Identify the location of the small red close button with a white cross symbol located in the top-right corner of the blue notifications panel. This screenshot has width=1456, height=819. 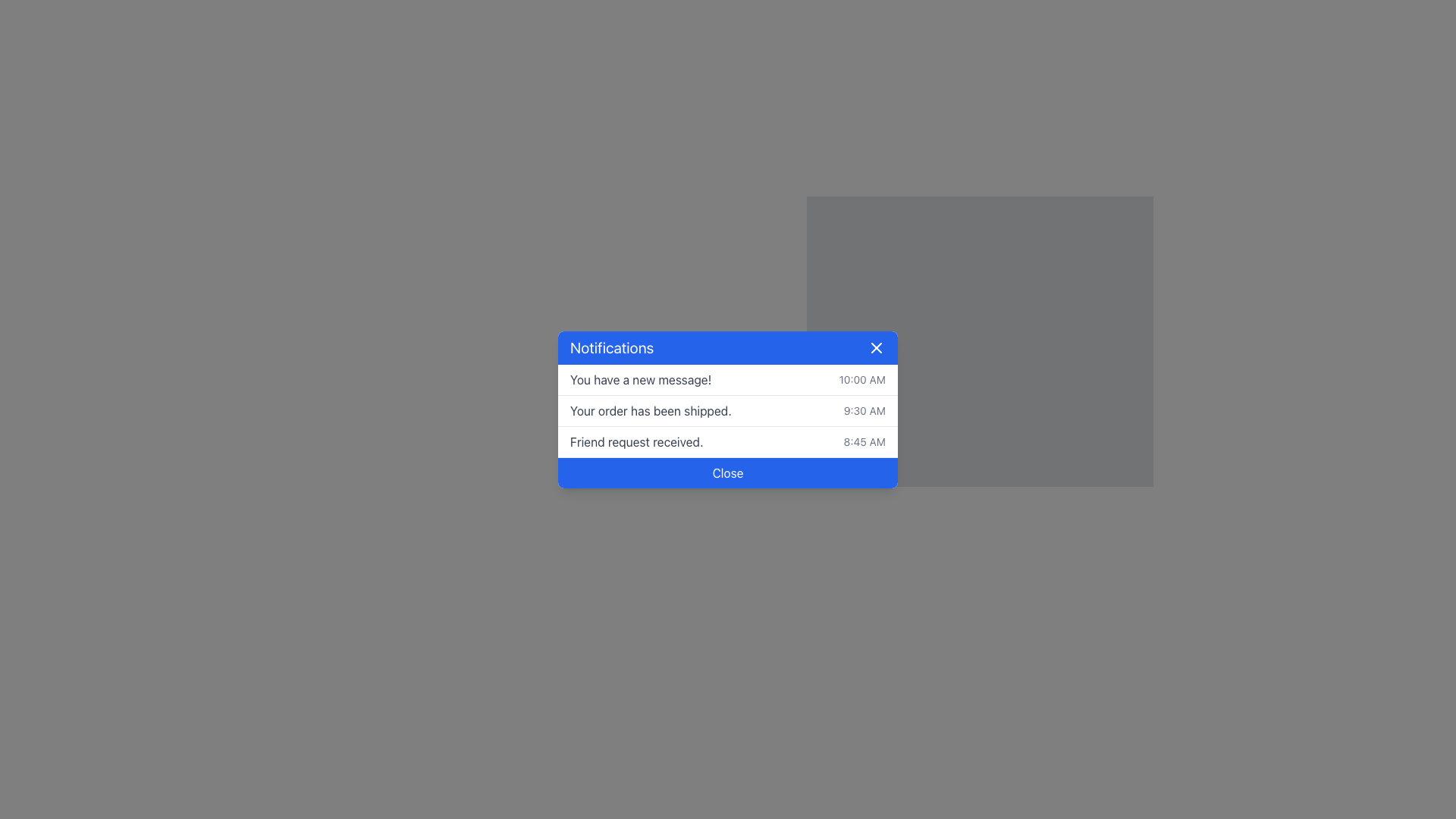
(877, 347).